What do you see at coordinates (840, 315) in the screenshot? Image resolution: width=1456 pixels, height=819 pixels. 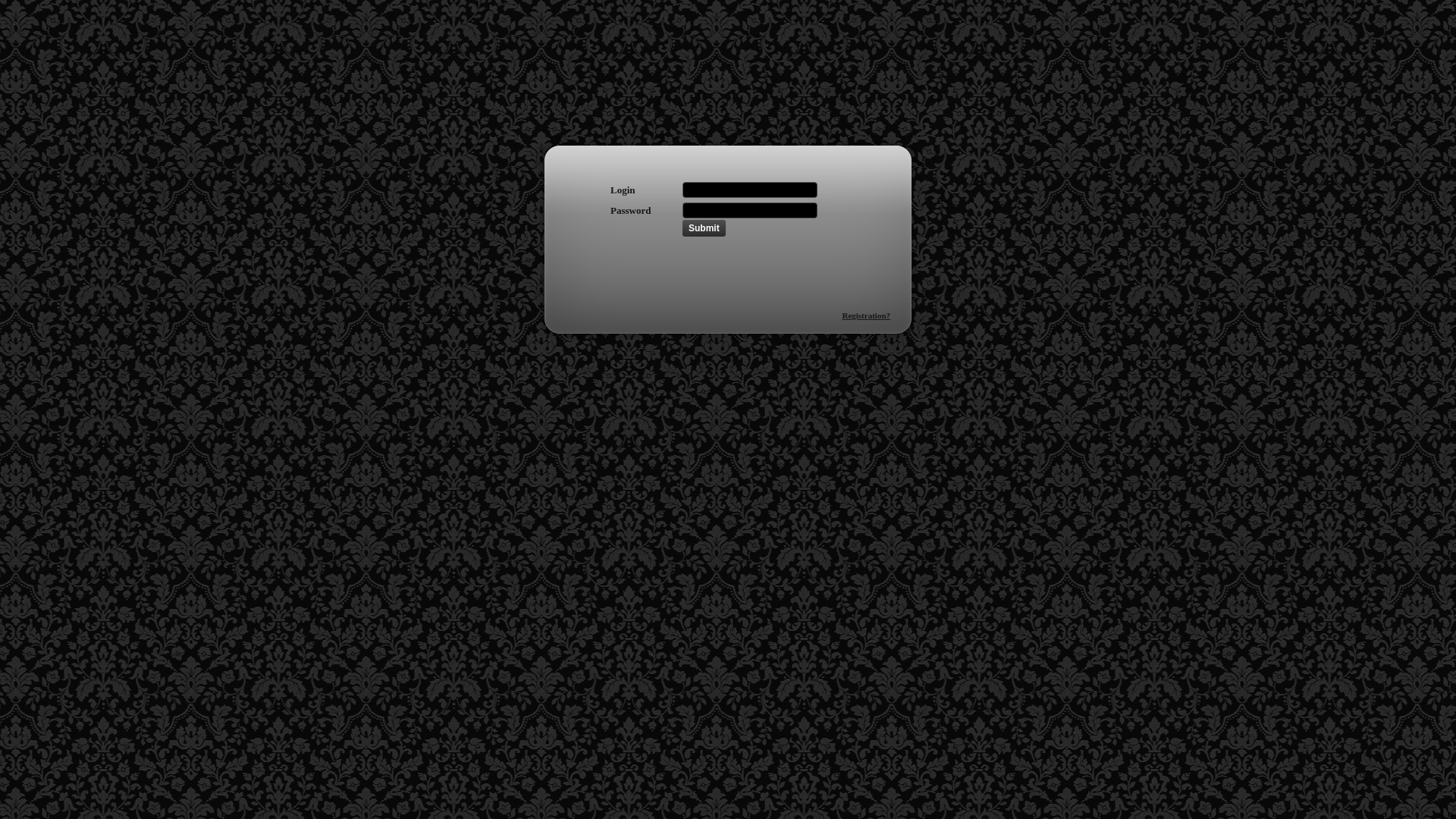 I see `'Registration?'` at bounding box center [840, 315].